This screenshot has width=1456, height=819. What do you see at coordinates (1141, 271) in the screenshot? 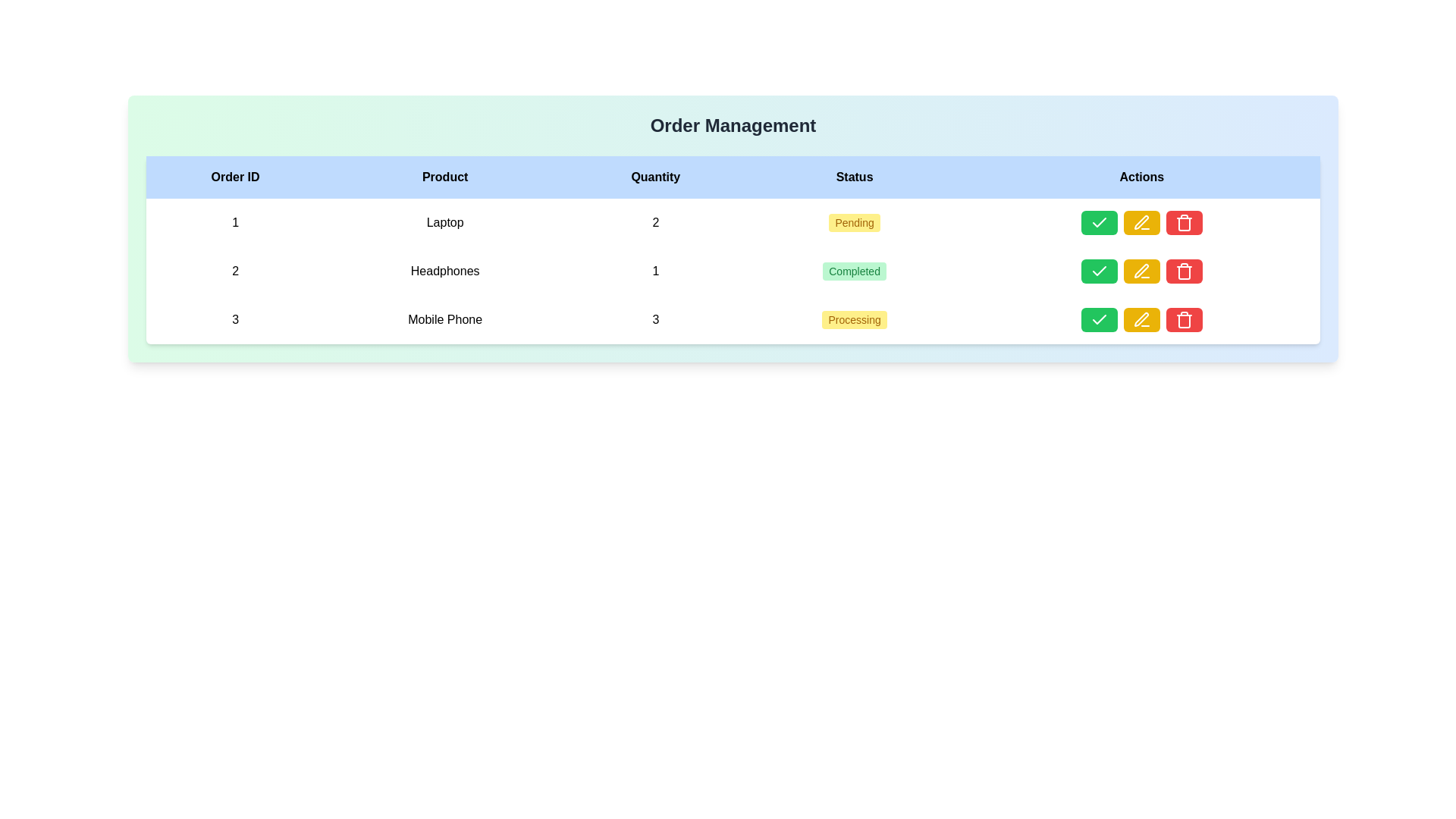
I see `the yellow button with a pencil icon in the Actions column of the second row for the product 'Headphones'` at bounding box center [1141, 271].